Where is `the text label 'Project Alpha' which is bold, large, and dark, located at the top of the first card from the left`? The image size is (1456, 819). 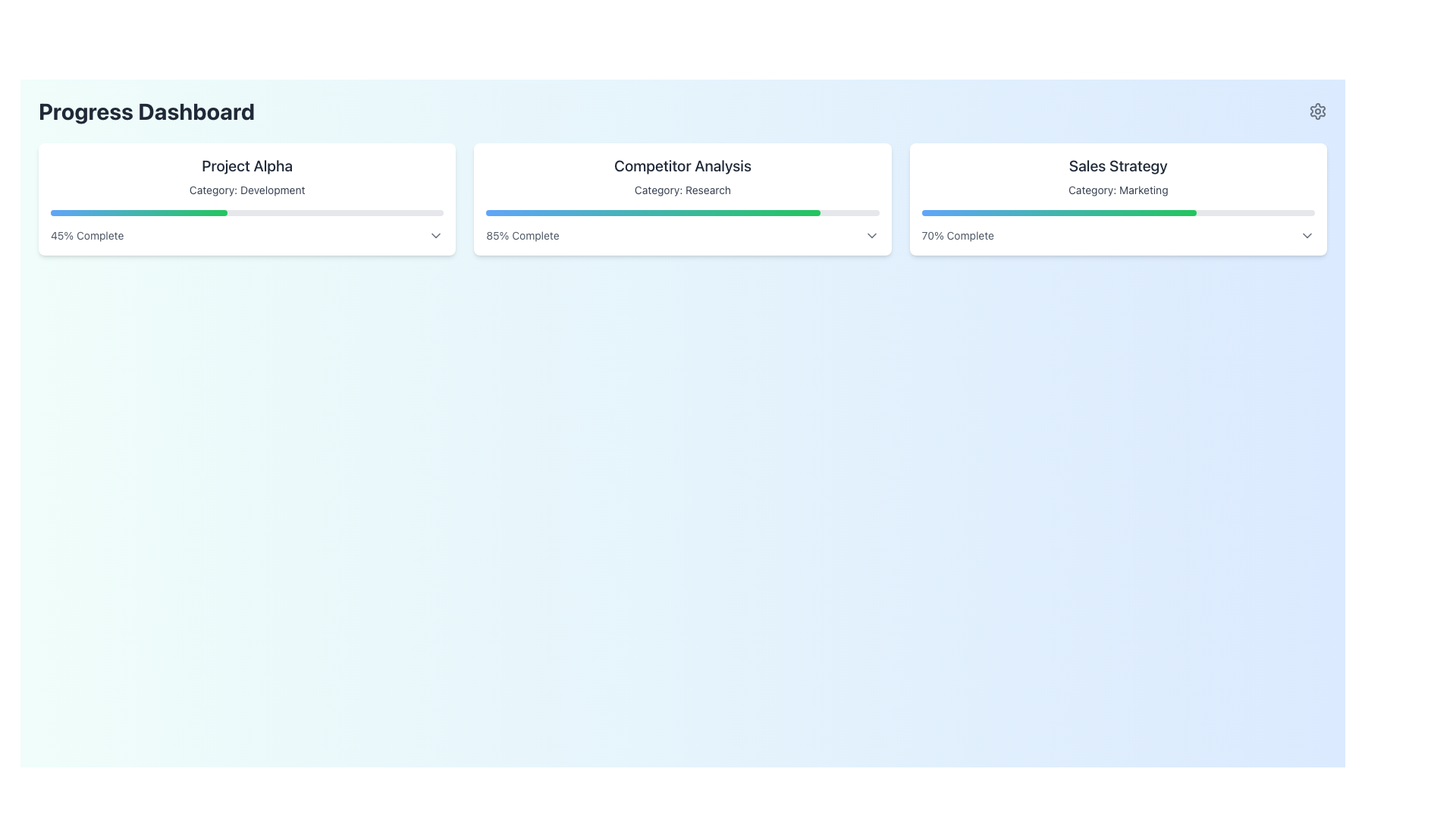 the text label 'Project Alpha' which is bold, large, and dark, located at the top of the first card from the left is located at coordinates (247, 166).